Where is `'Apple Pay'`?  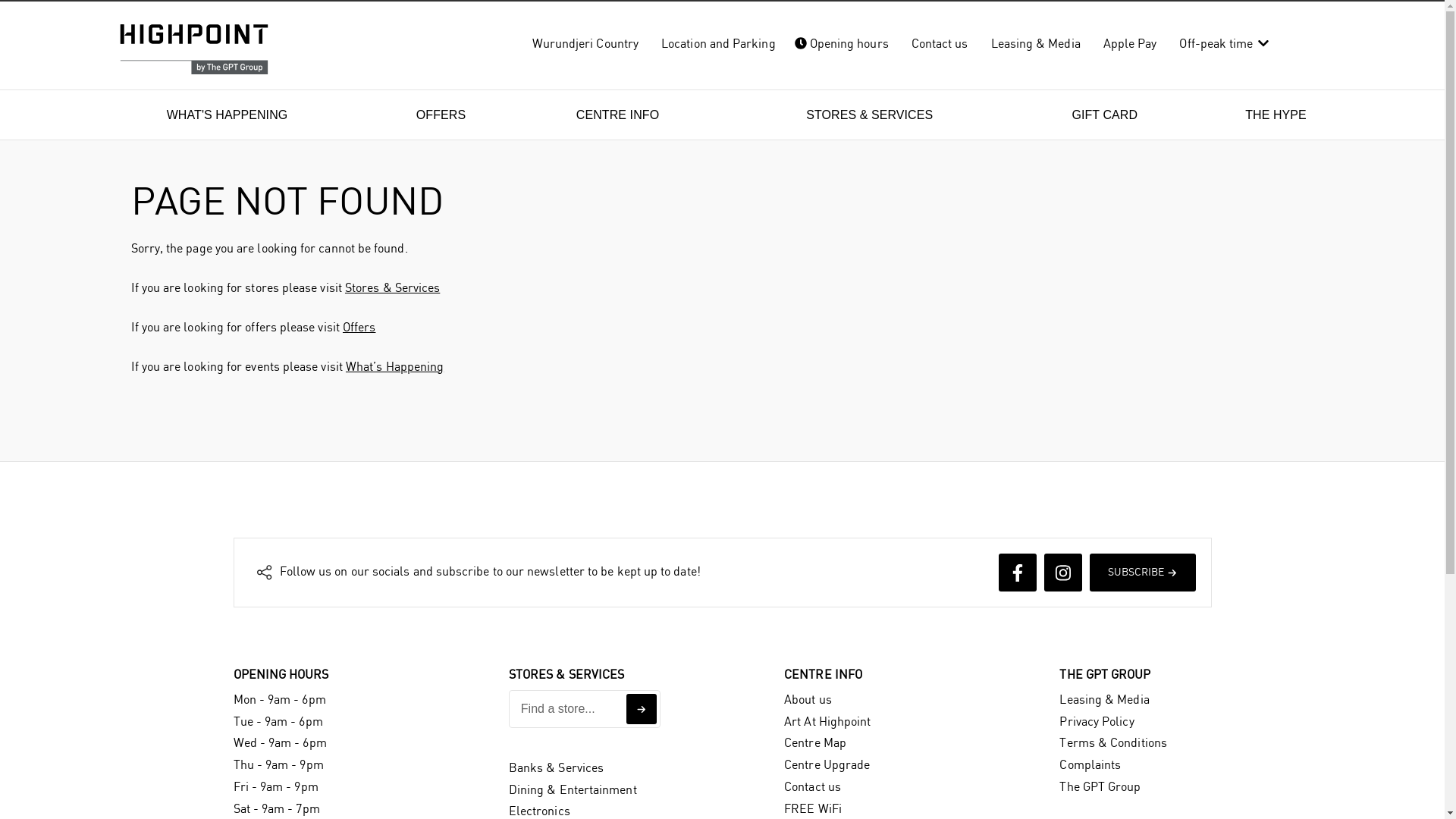
'Apple Pay' is located at coordinates (1130, 43).